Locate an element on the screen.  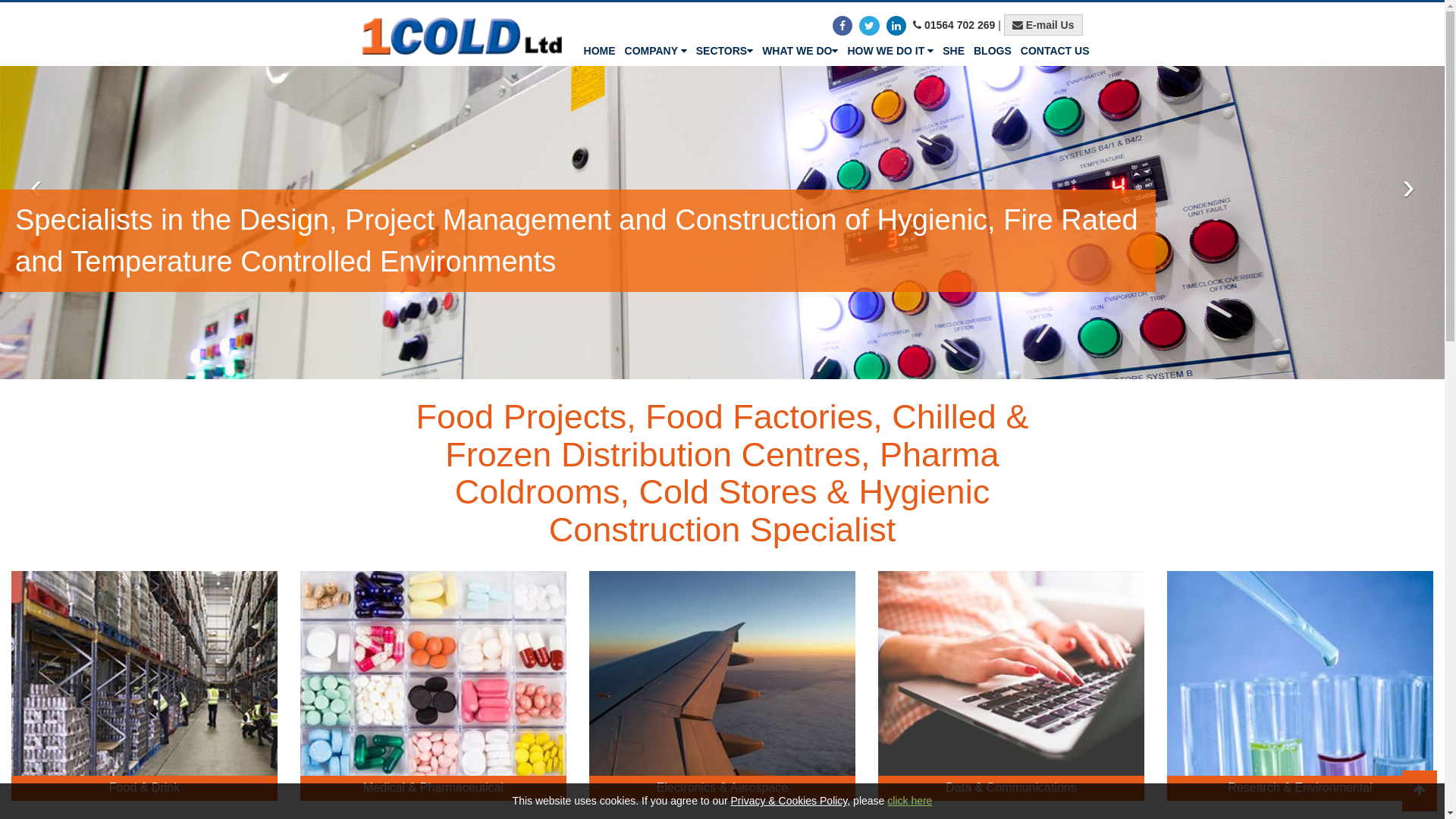
'SECTORS' is located at coordinates (723, 49).